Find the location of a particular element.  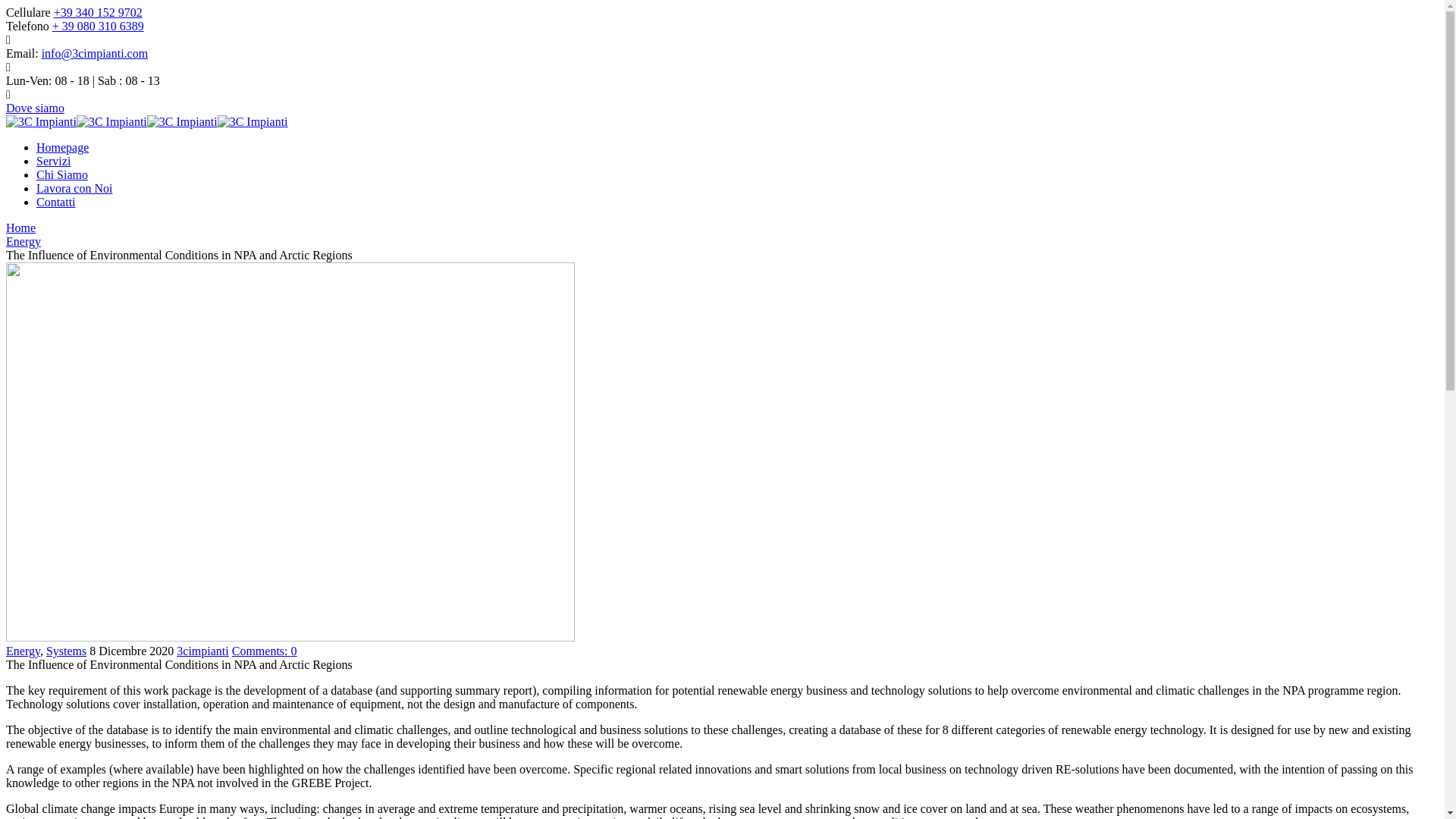

'Lavora con Noi' is located at coordinates (73, 187).